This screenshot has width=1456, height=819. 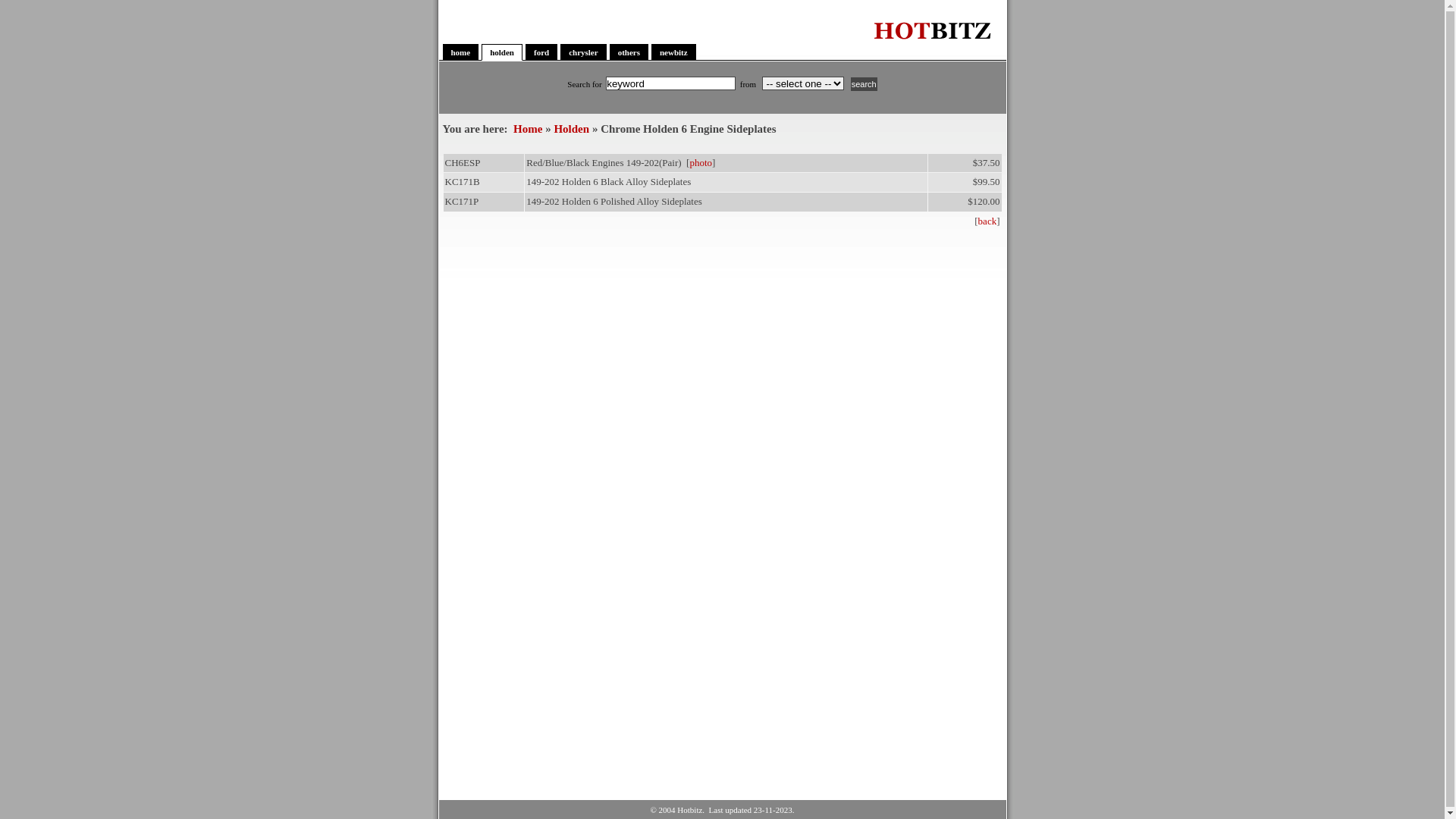 What do you see at coordinates (460, 52) in the screenshot?
I see `'home'` at bounding box center [460, 52].